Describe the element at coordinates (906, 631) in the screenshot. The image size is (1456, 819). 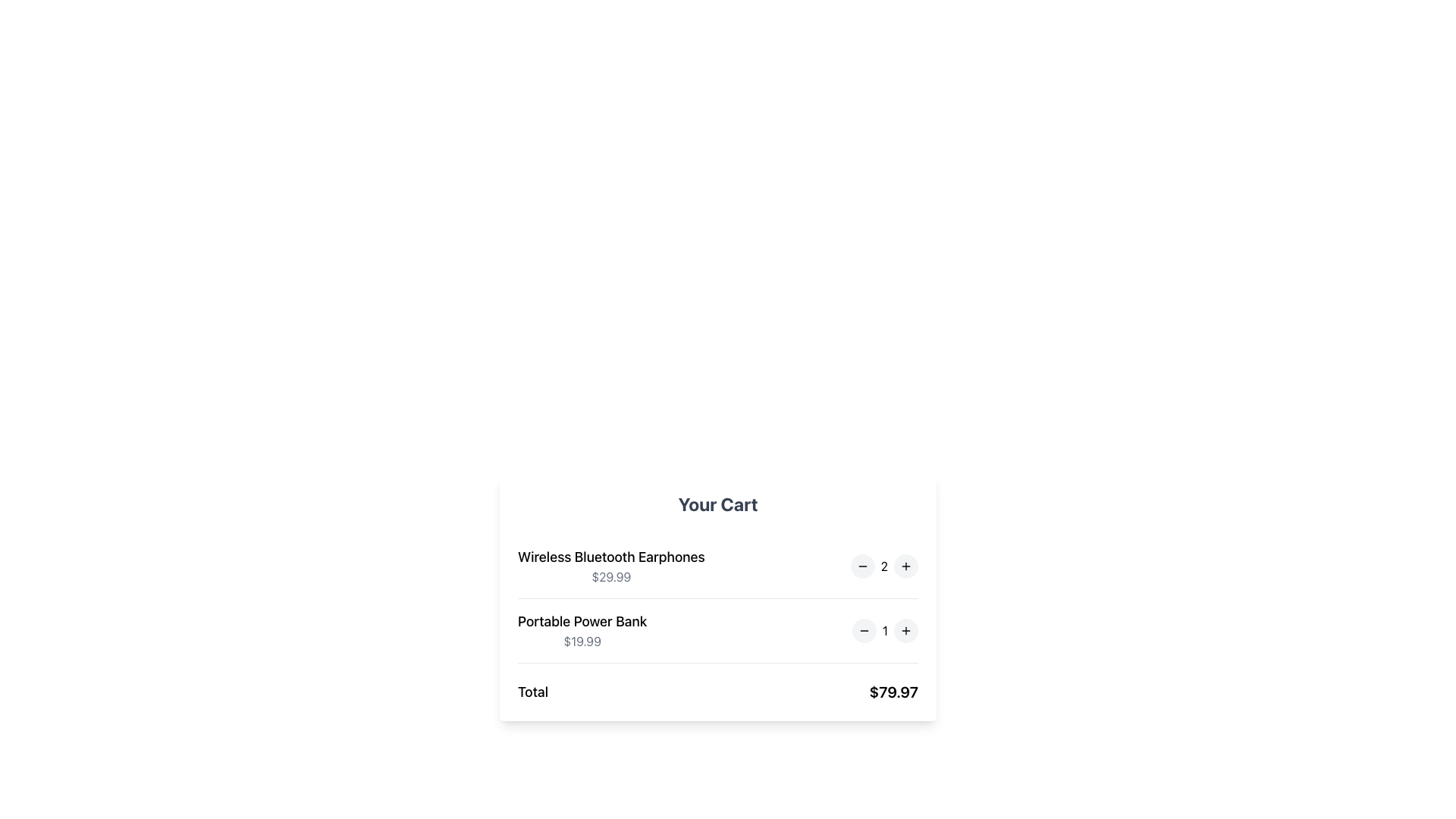
I see `the 'add' icon button located within a circular light gray background to increment the quantity of the 'Portable Power Bank' in the shopping cart` at that location.